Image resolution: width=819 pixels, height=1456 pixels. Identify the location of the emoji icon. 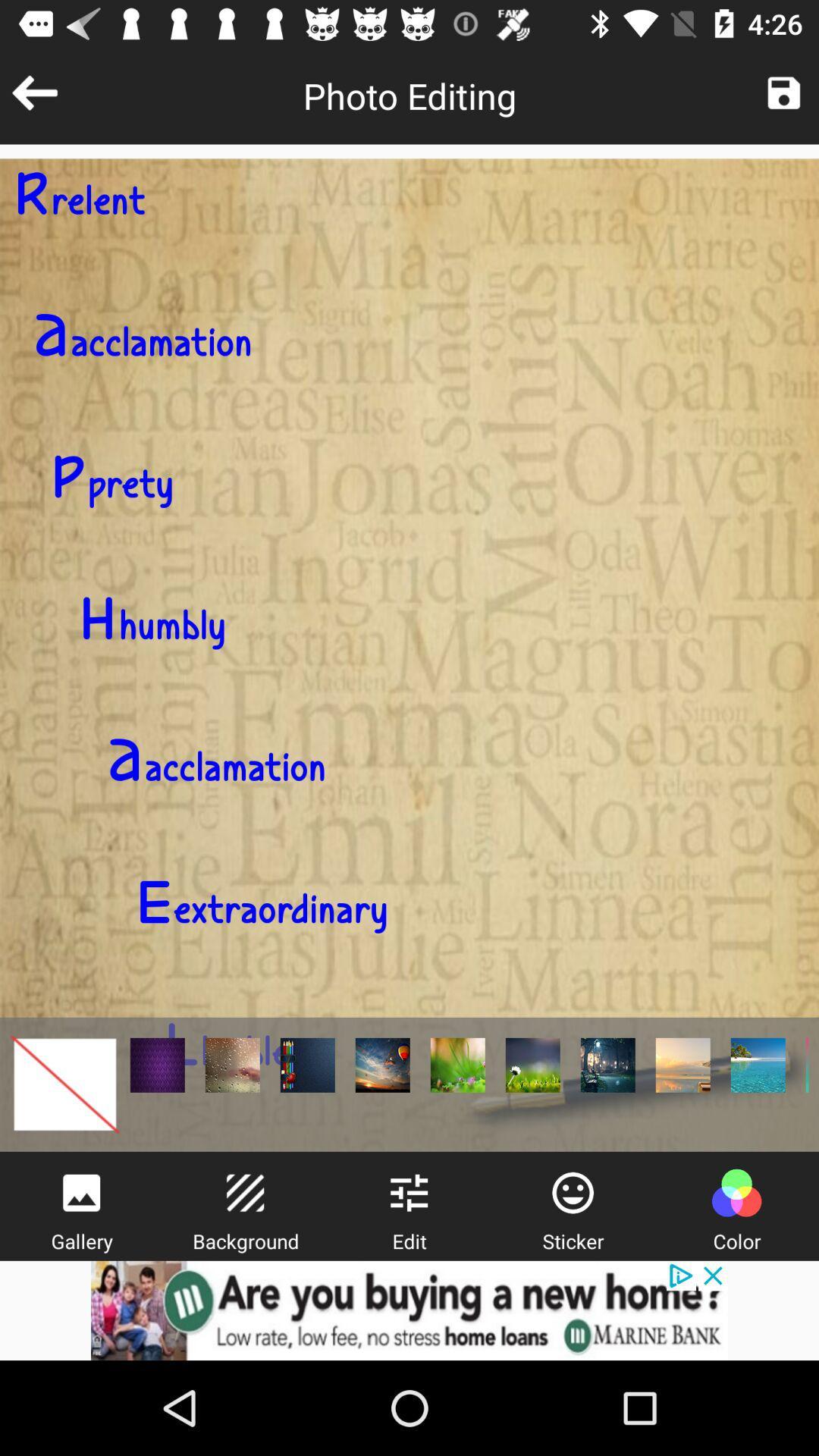
(573, 1192).